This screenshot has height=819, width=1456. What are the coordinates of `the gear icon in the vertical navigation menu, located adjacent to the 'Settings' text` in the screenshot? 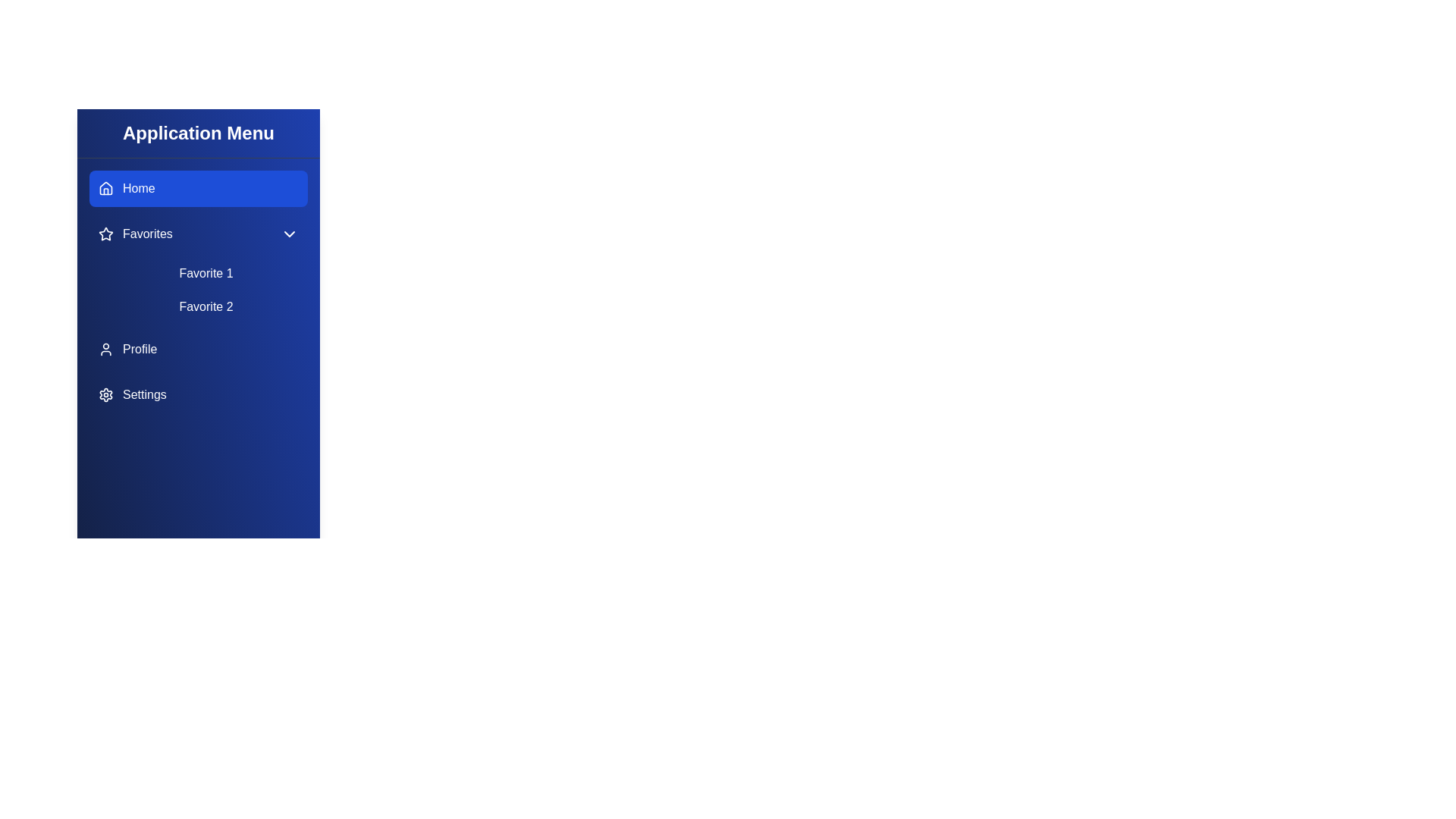 It's located at (105, 394).